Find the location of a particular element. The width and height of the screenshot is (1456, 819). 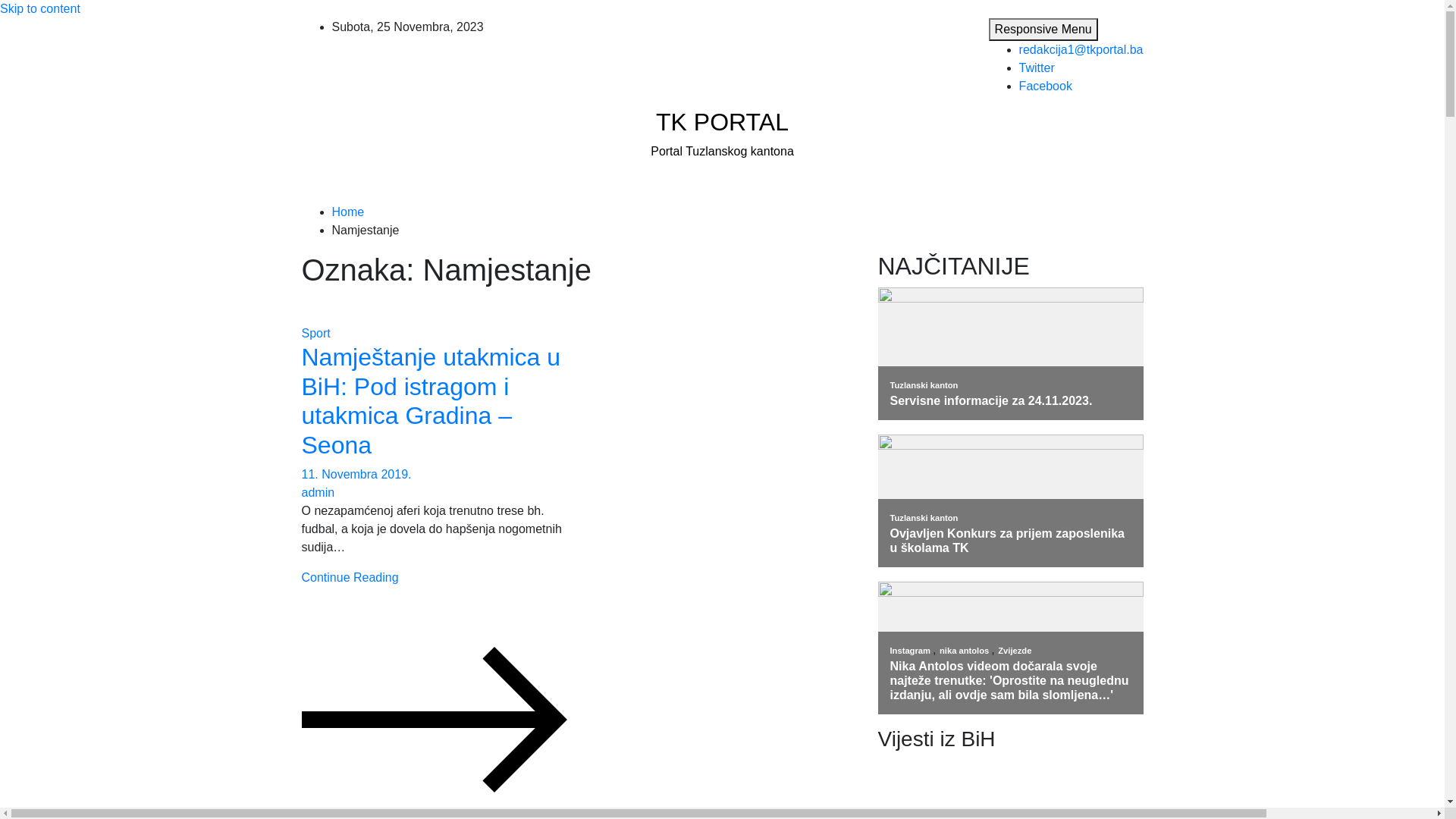

'Twitter' is located at coordinates (1019, 67).